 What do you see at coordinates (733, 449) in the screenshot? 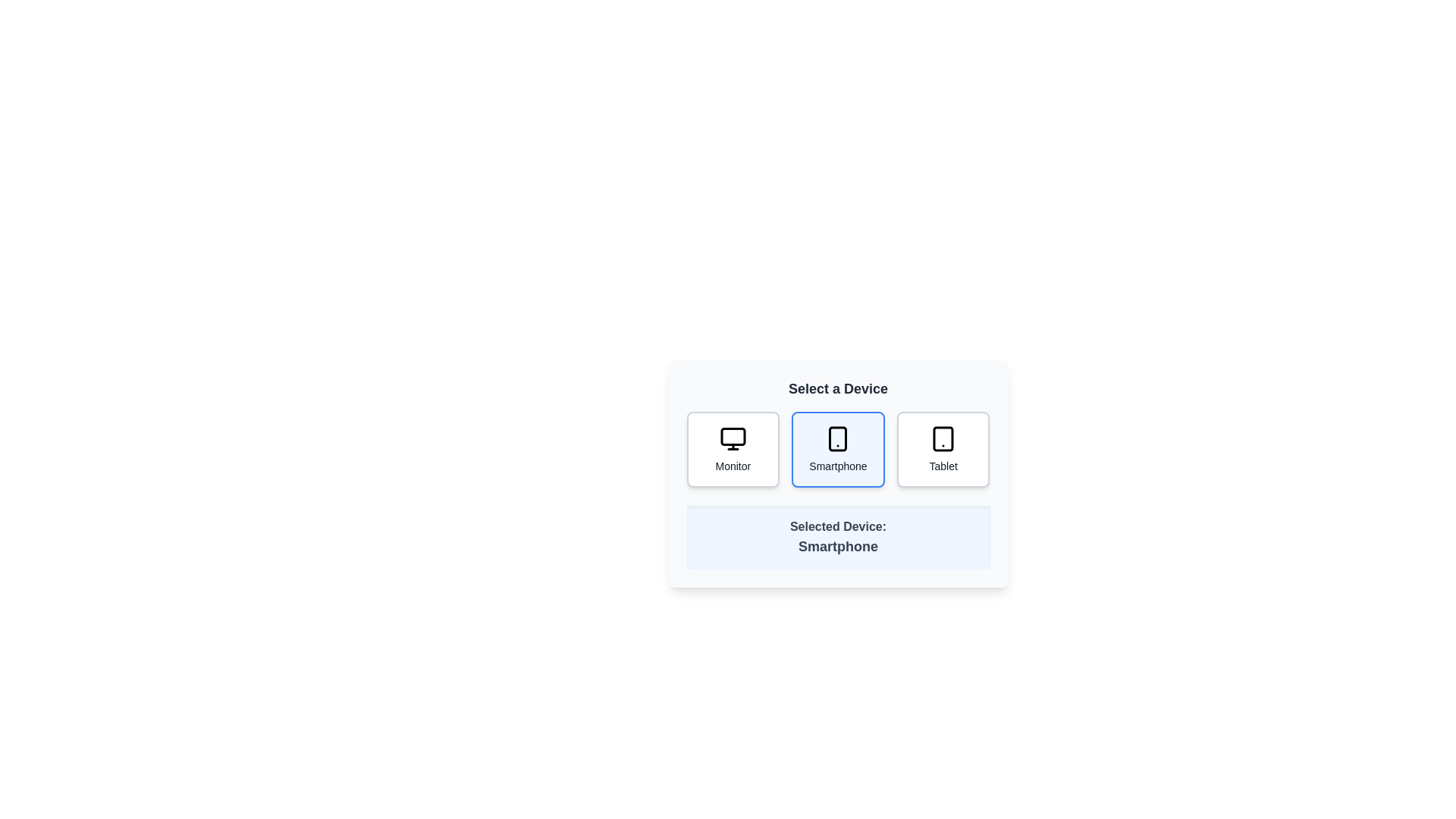
I see `the button corresponding to the device Monitor to select it` at bounding box center [733, 449].